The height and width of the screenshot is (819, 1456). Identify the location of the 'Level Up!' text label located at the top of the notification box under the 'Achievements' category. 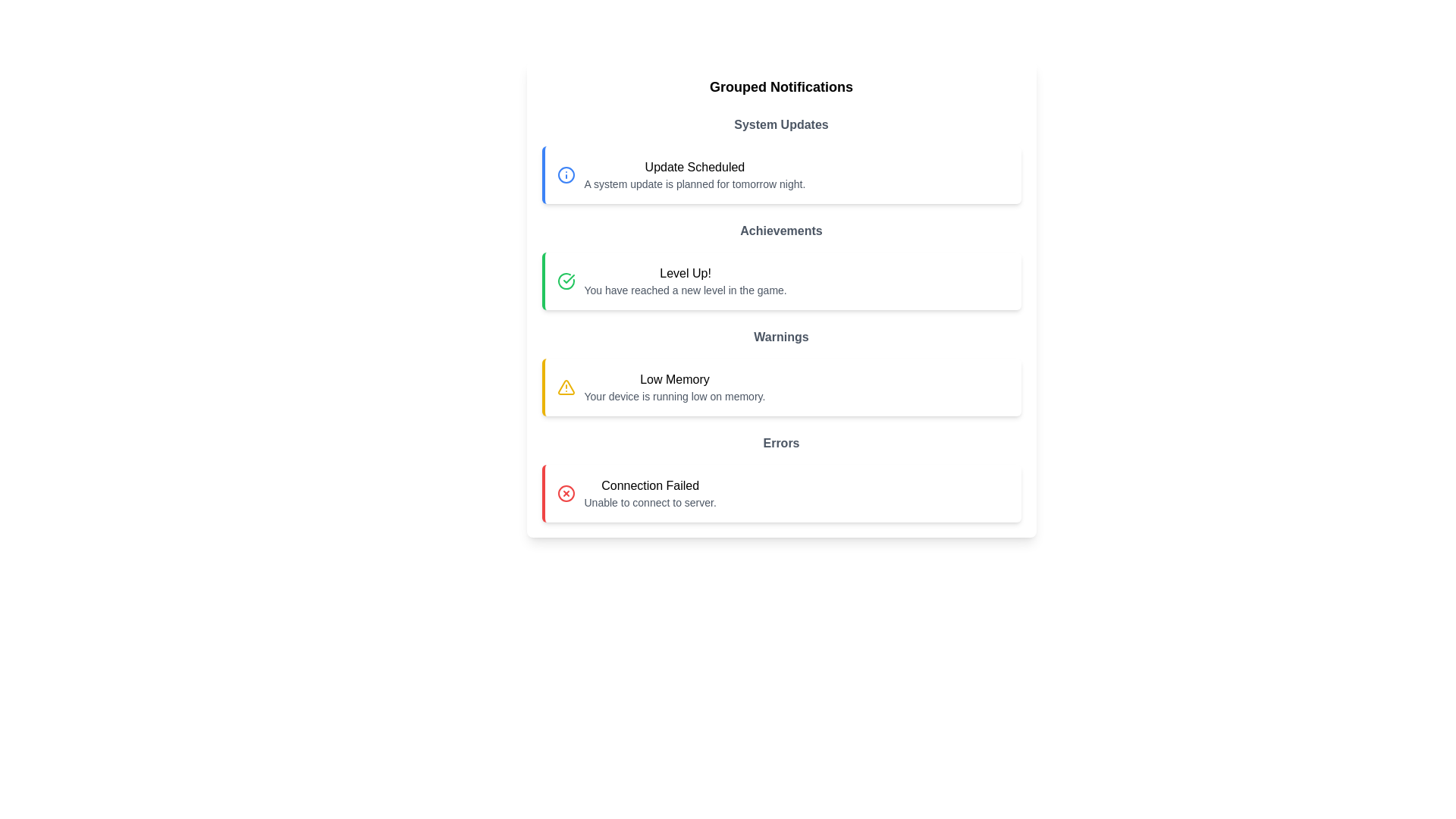
(685, 274).